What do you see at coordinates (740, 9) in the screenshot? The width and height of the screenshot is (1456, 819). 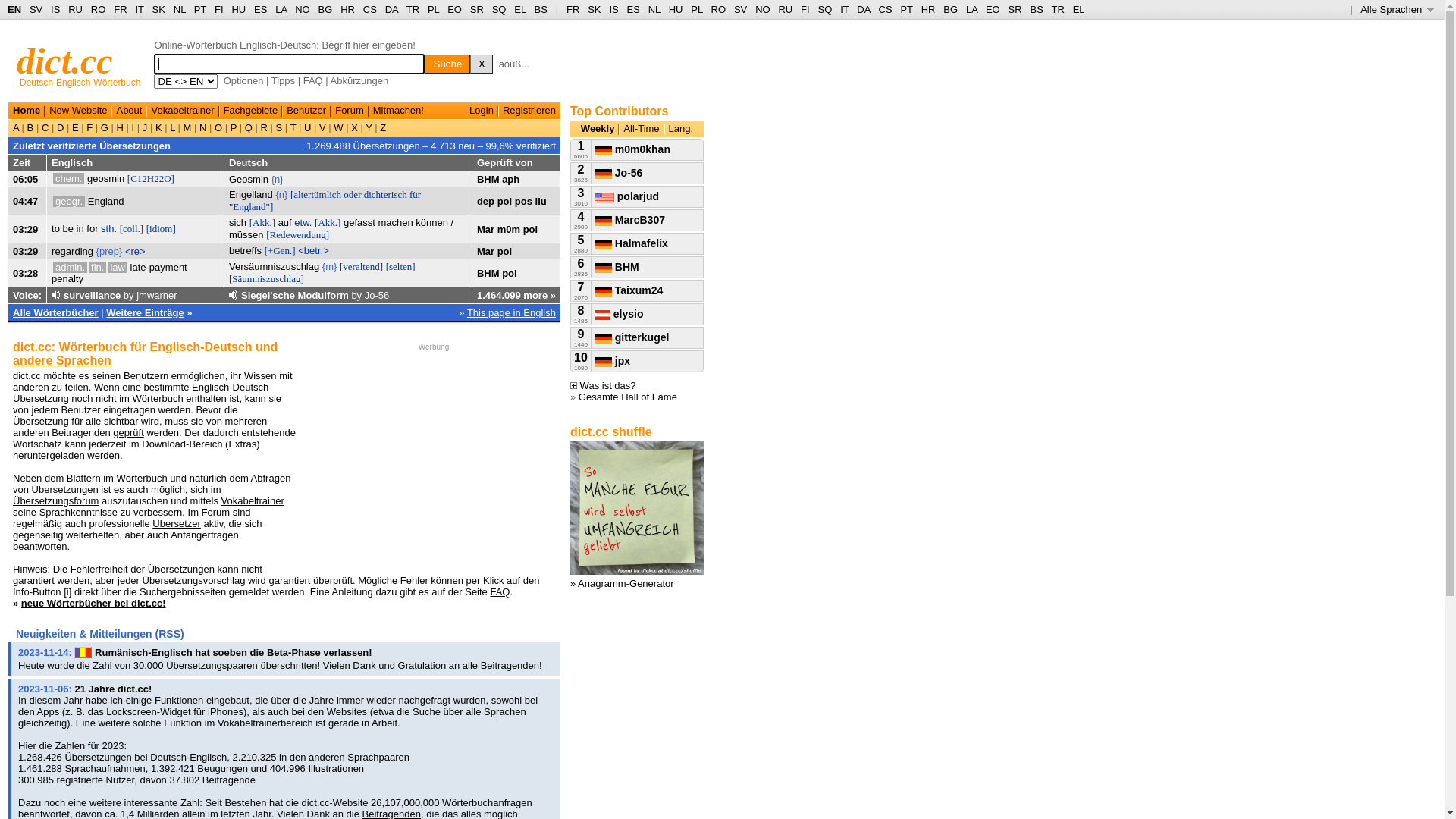 I see `'SV'` at bounding box center [740, 9].